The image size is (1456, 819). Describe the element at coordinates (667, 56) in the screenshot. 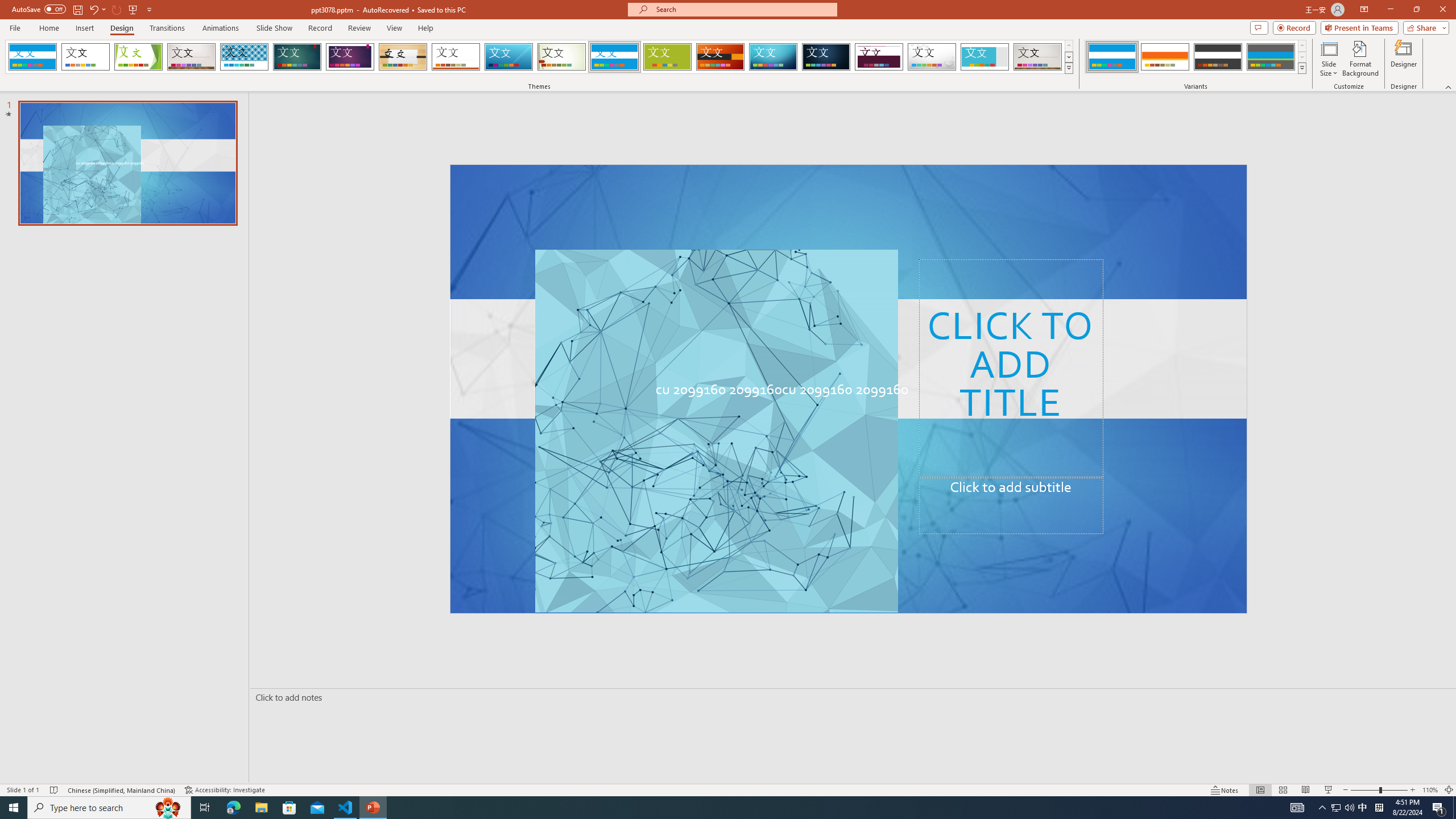

I see `'Basis'` at that location.